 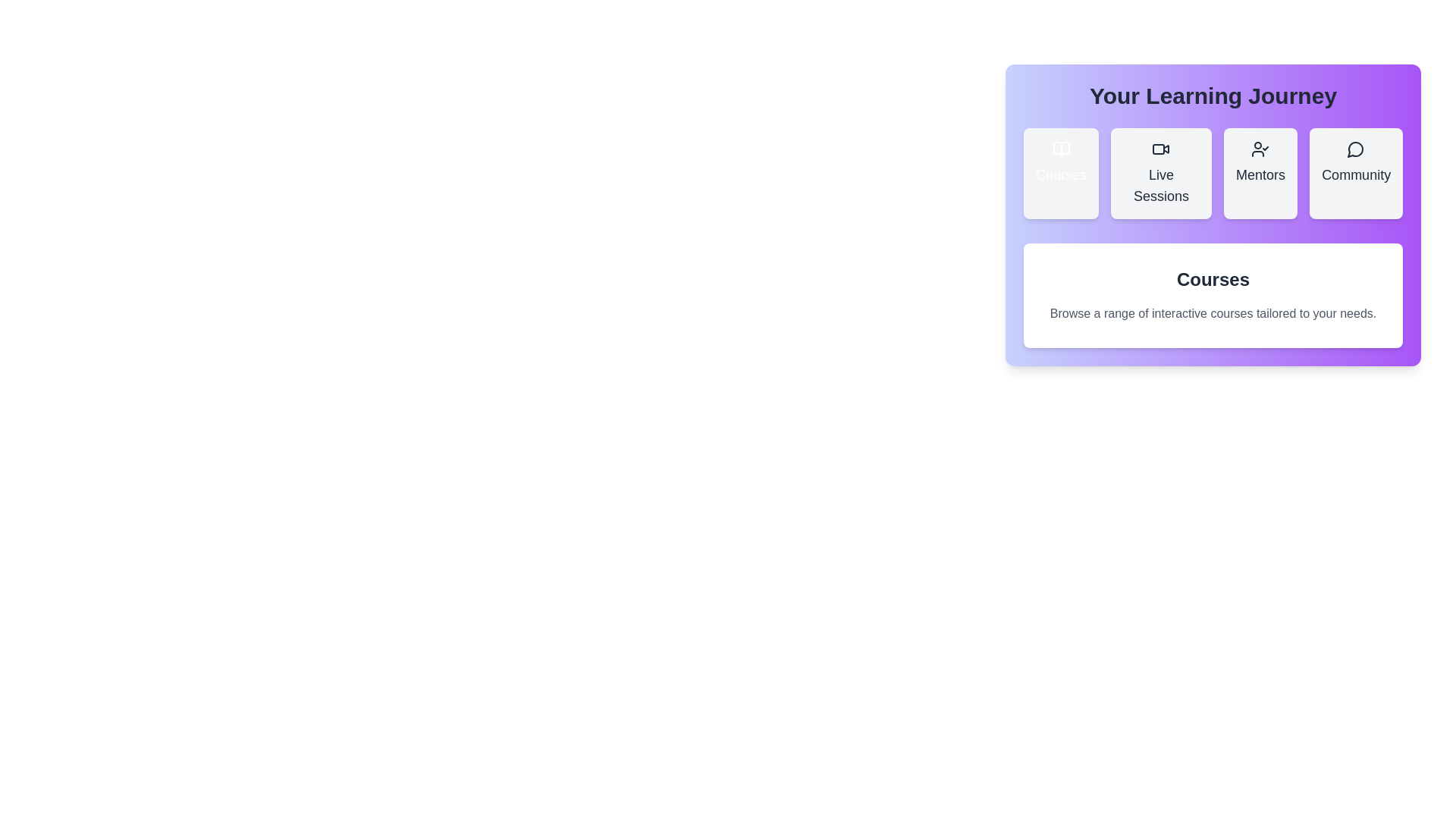 I want to click on the Community tab, so click(x=1356, y=172).